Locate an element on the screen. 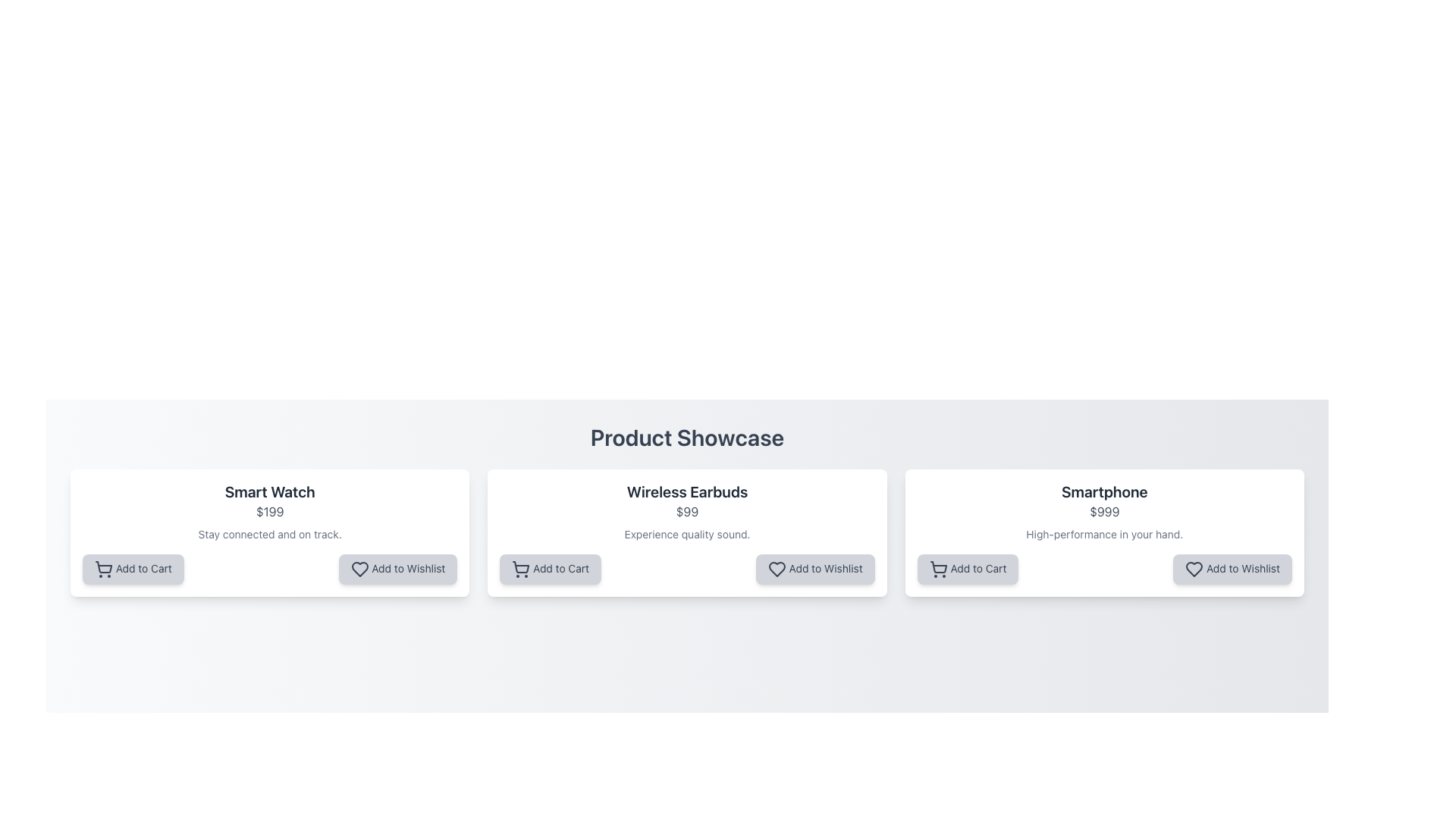  the 'Add to Cart' icon for the 'Wireless Earbuds' product located in the middle of the product showcase is located at coordinates (521, 570).